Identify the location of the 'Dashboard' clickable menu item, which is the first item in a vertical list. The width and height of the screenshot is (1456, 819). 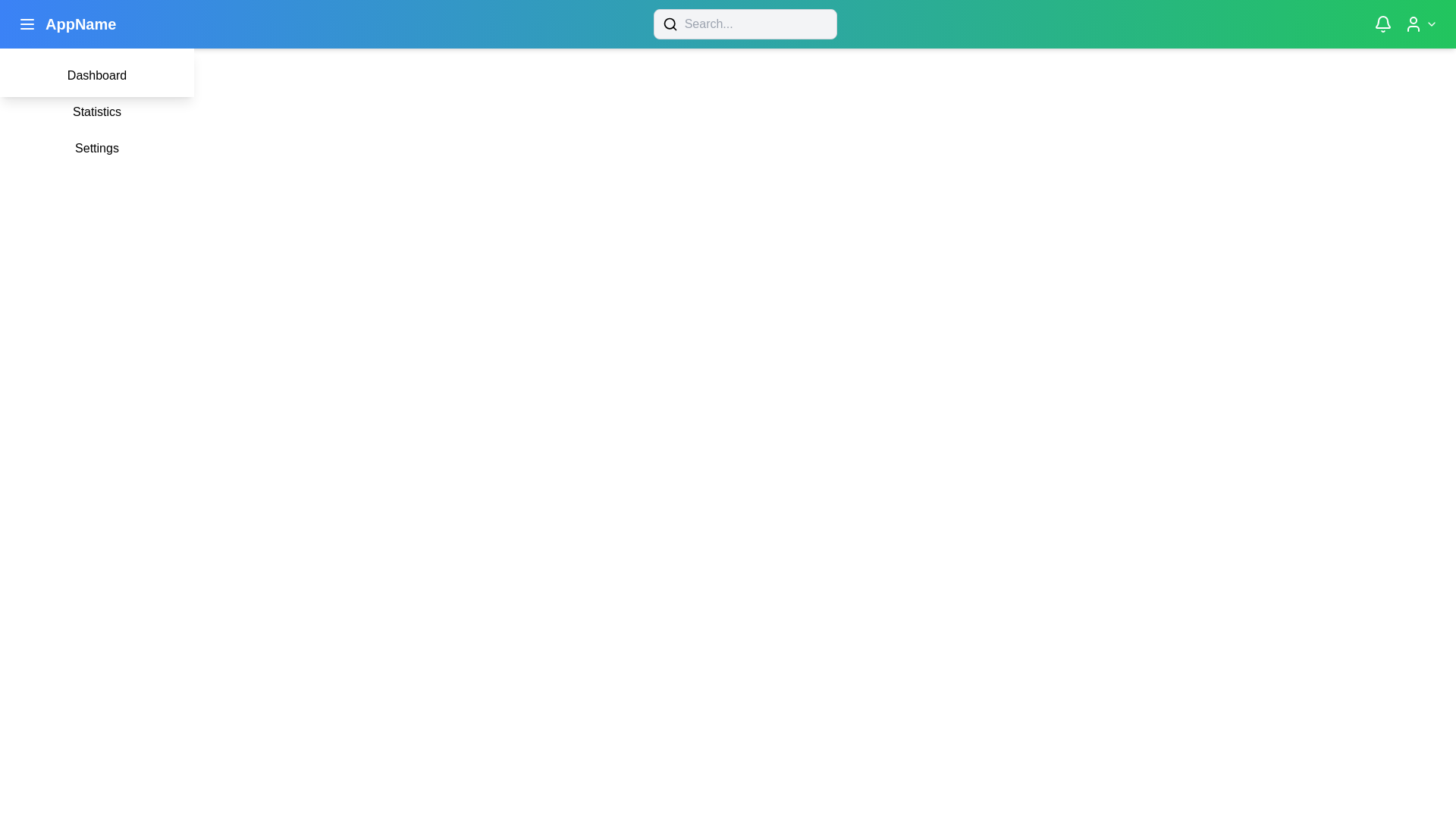
(96, 76).